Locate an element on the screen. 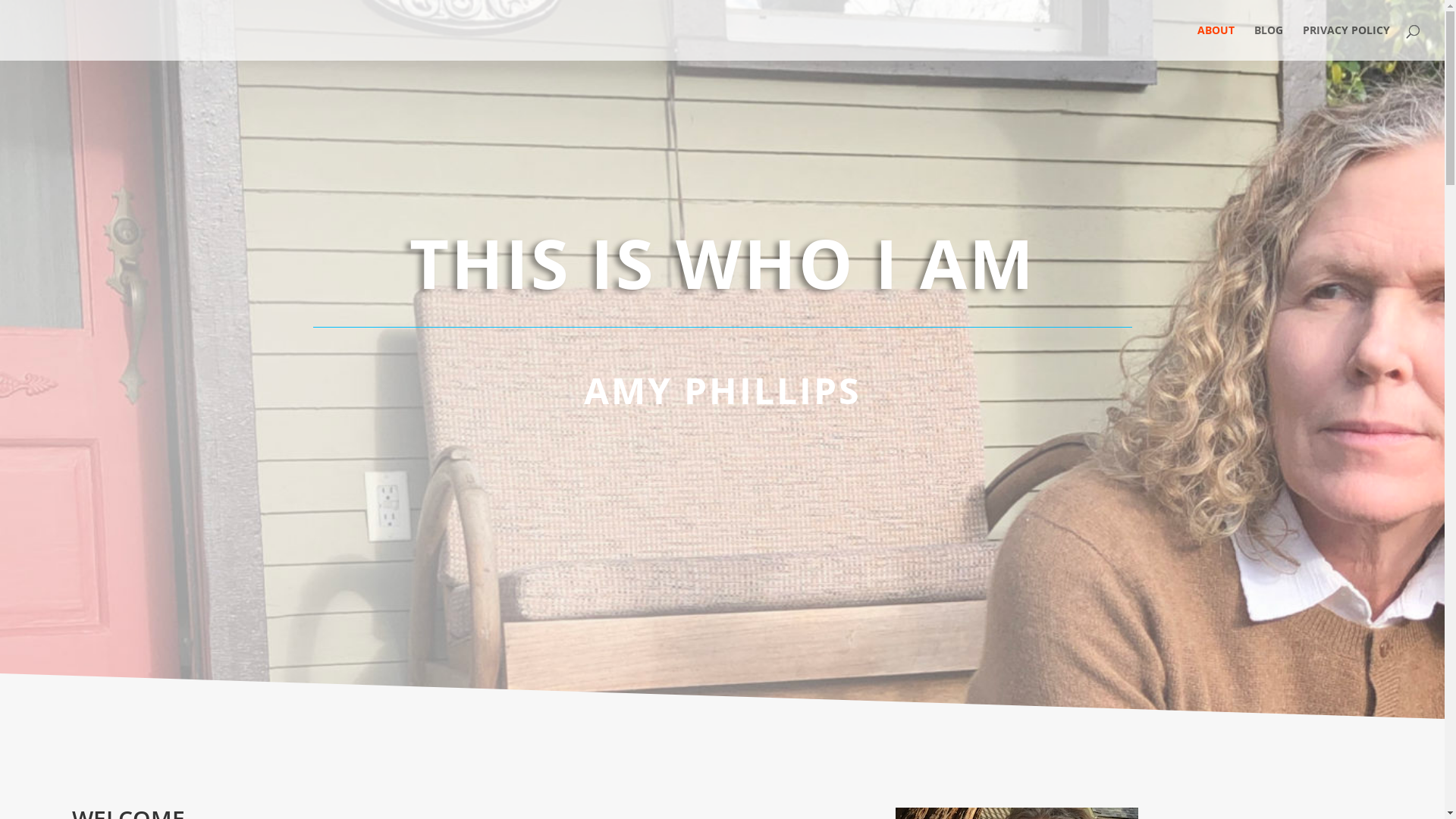  'ABOUT' is located at coordinates (1216, 42).